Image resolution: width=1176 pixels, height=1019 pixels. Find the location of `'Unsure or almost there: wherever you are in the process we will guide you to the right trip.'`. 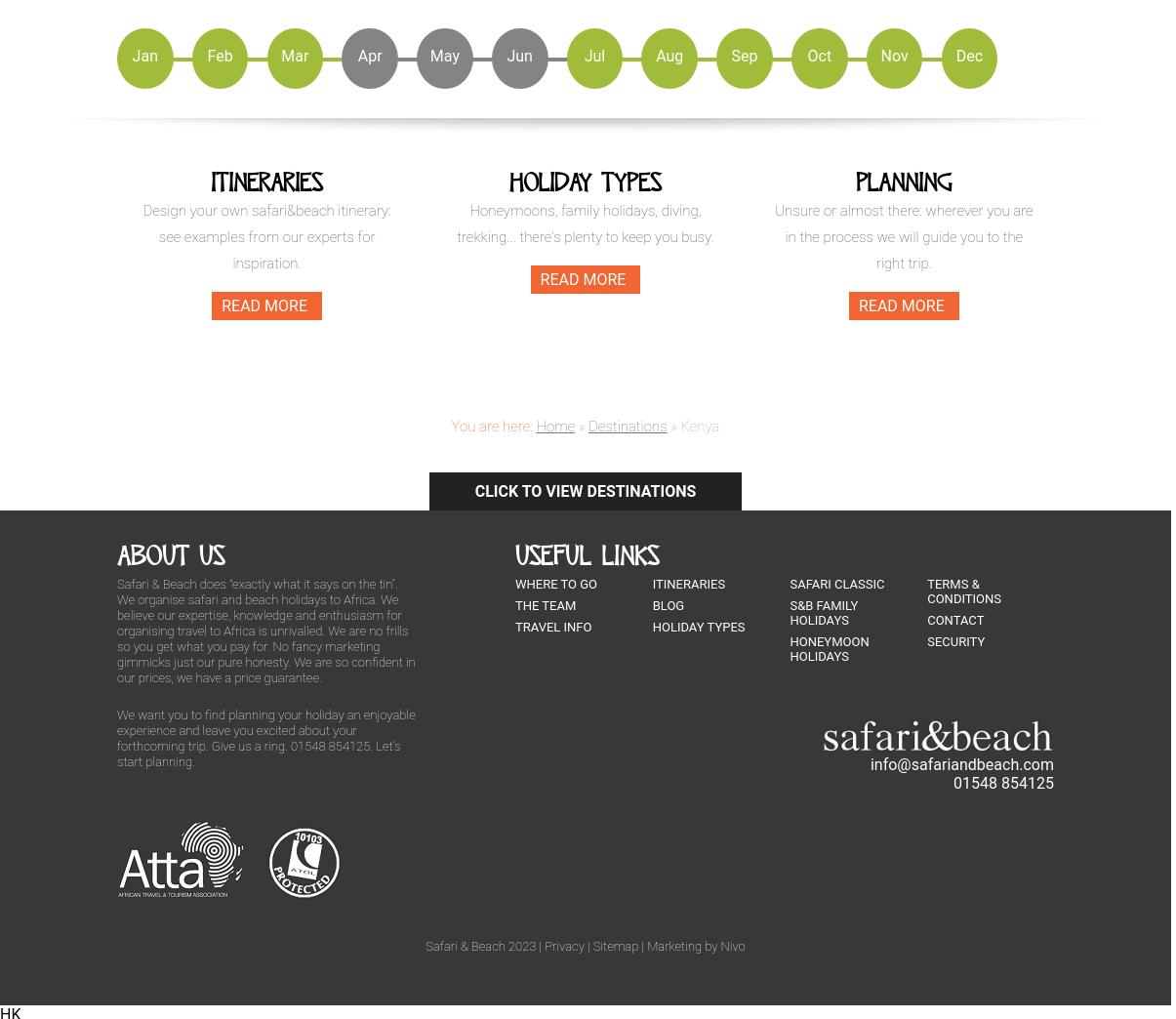

'Unsure or almost there: wherever you are in the process we will guide you to the right trip.' is located at coordinates (904, 235).